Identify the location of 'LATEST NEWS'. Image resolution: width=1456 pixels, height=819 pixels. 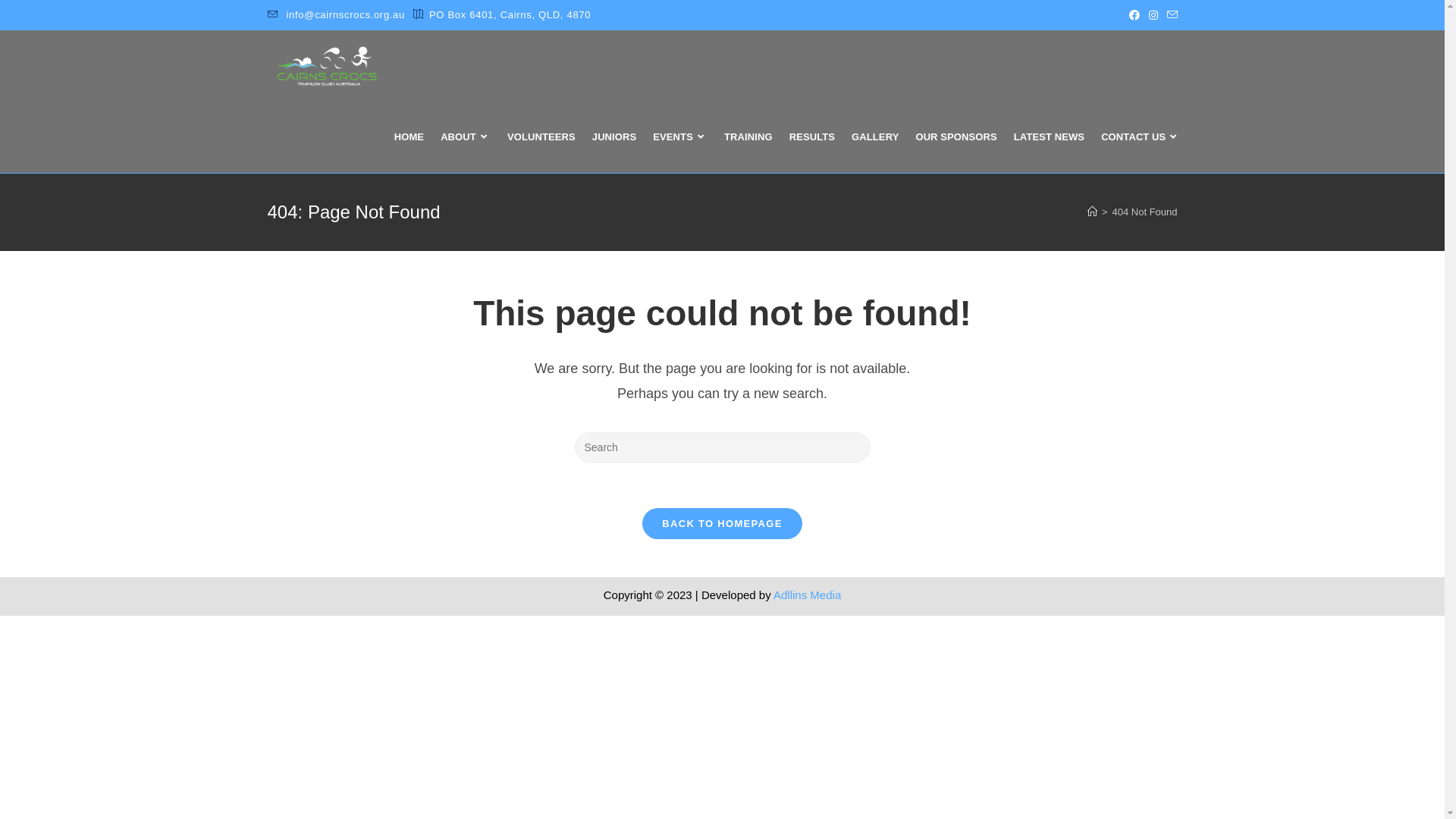
(1048, 137).